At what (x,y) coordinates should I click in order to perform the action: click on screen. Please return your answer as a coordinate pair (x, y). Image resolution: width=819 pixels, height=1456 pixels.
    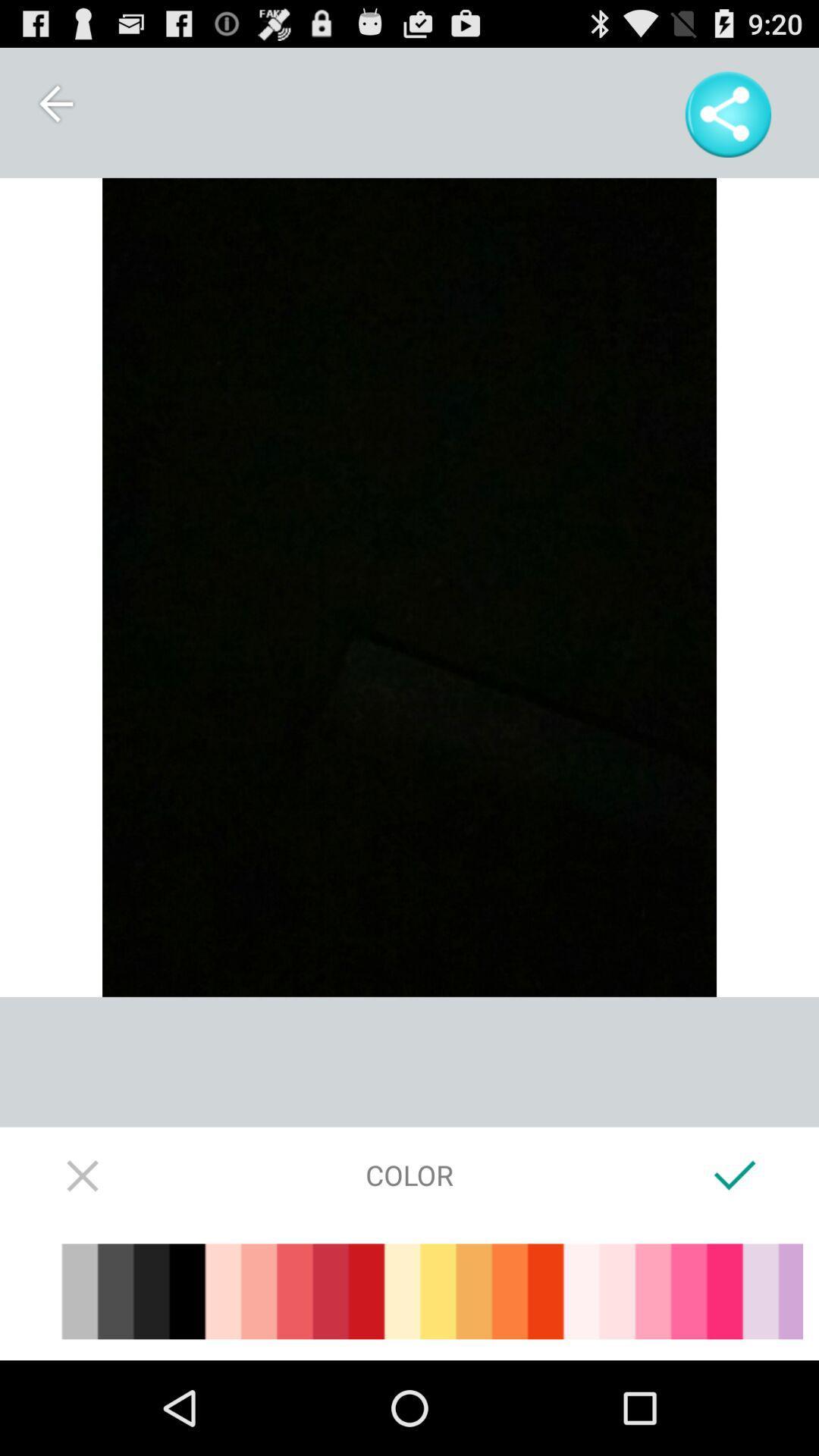
    Looking at the image, I should click on (83, 1174).